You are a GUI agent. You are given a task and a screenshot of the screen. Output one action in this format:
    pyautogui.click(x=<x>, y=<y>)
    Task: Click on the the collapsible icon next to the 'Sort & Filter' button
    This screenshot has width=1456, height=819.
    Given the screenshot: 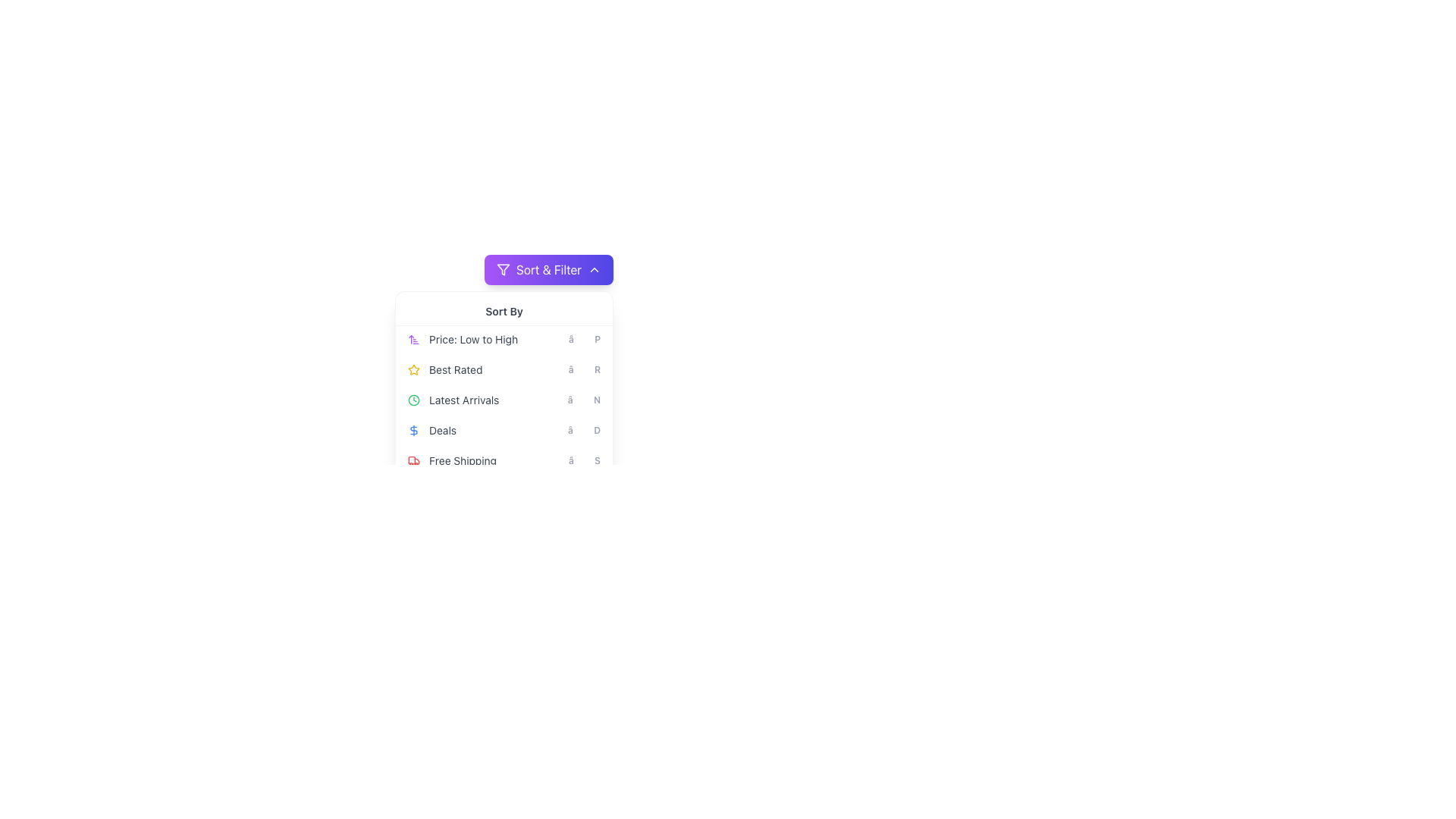 What is the action you would take?
    pyautogui.click(x=593, y=268)
    